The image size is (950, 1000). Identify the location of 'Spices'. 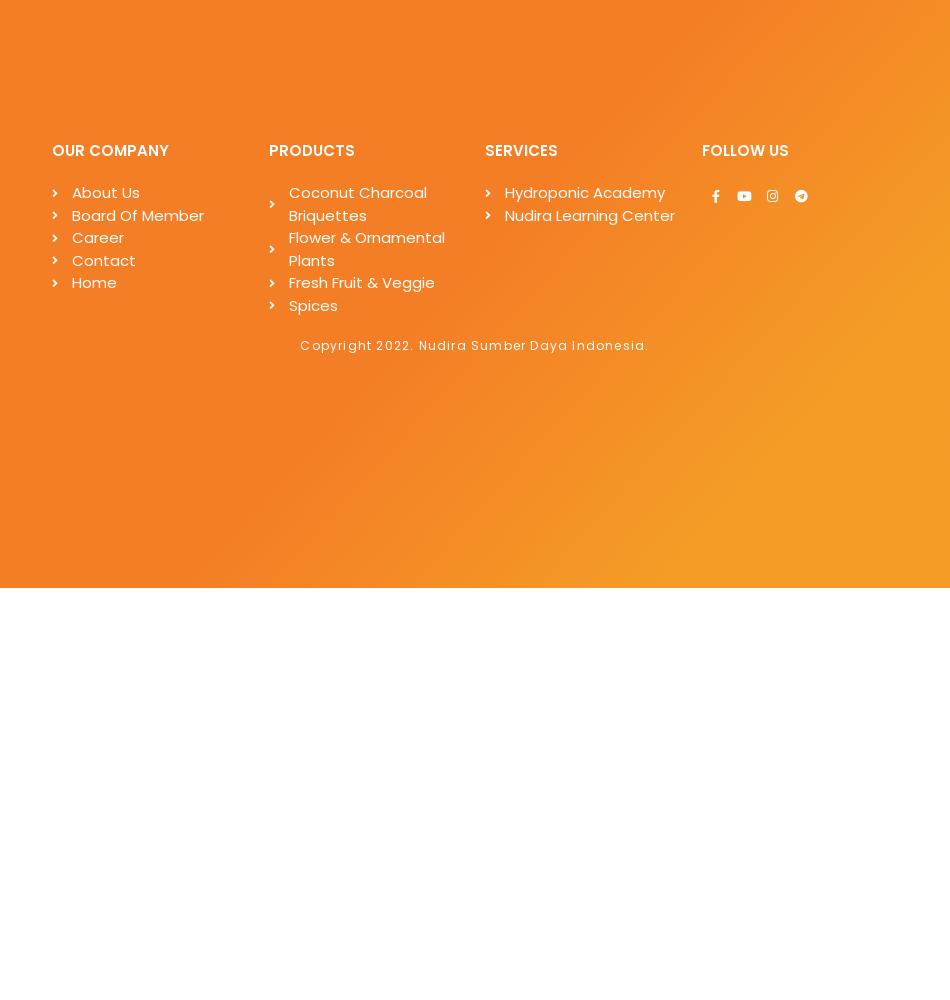
(311, 304).